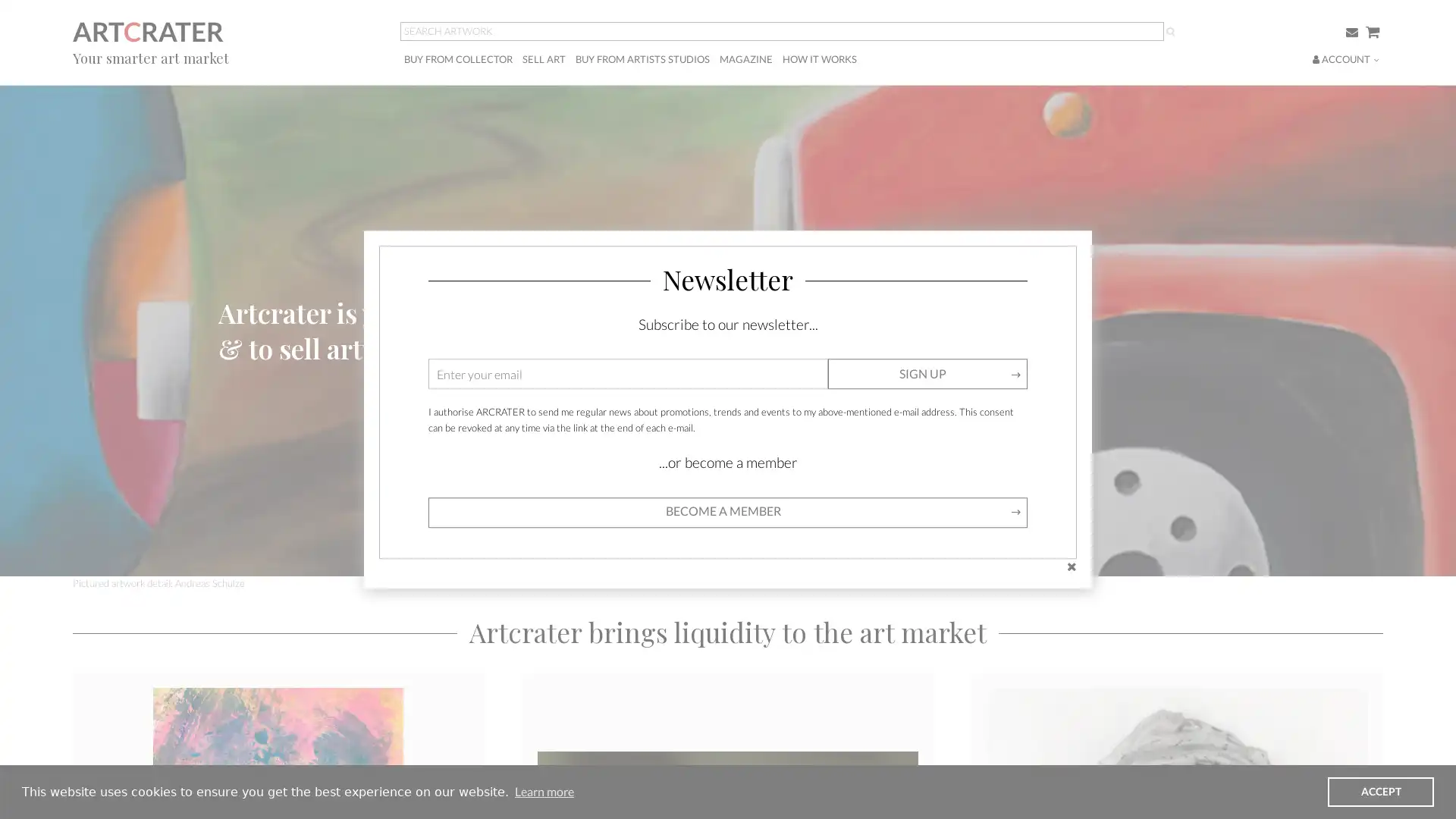  I want to click on BECOME A MEMBER, so click(280, 366).